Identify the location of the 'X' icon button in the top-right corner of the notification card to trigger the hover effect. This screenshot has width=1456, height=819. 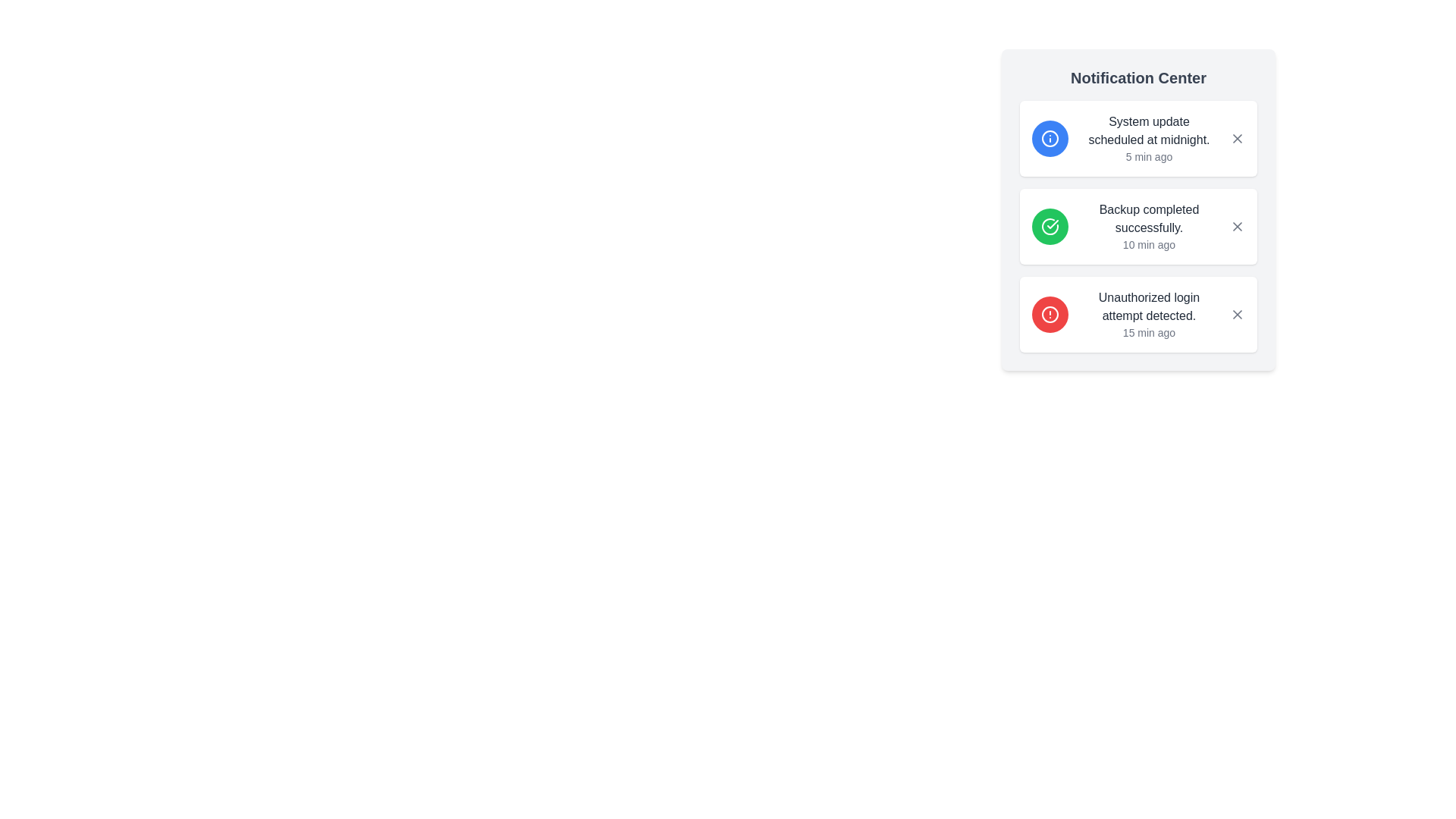
(1238, 314).